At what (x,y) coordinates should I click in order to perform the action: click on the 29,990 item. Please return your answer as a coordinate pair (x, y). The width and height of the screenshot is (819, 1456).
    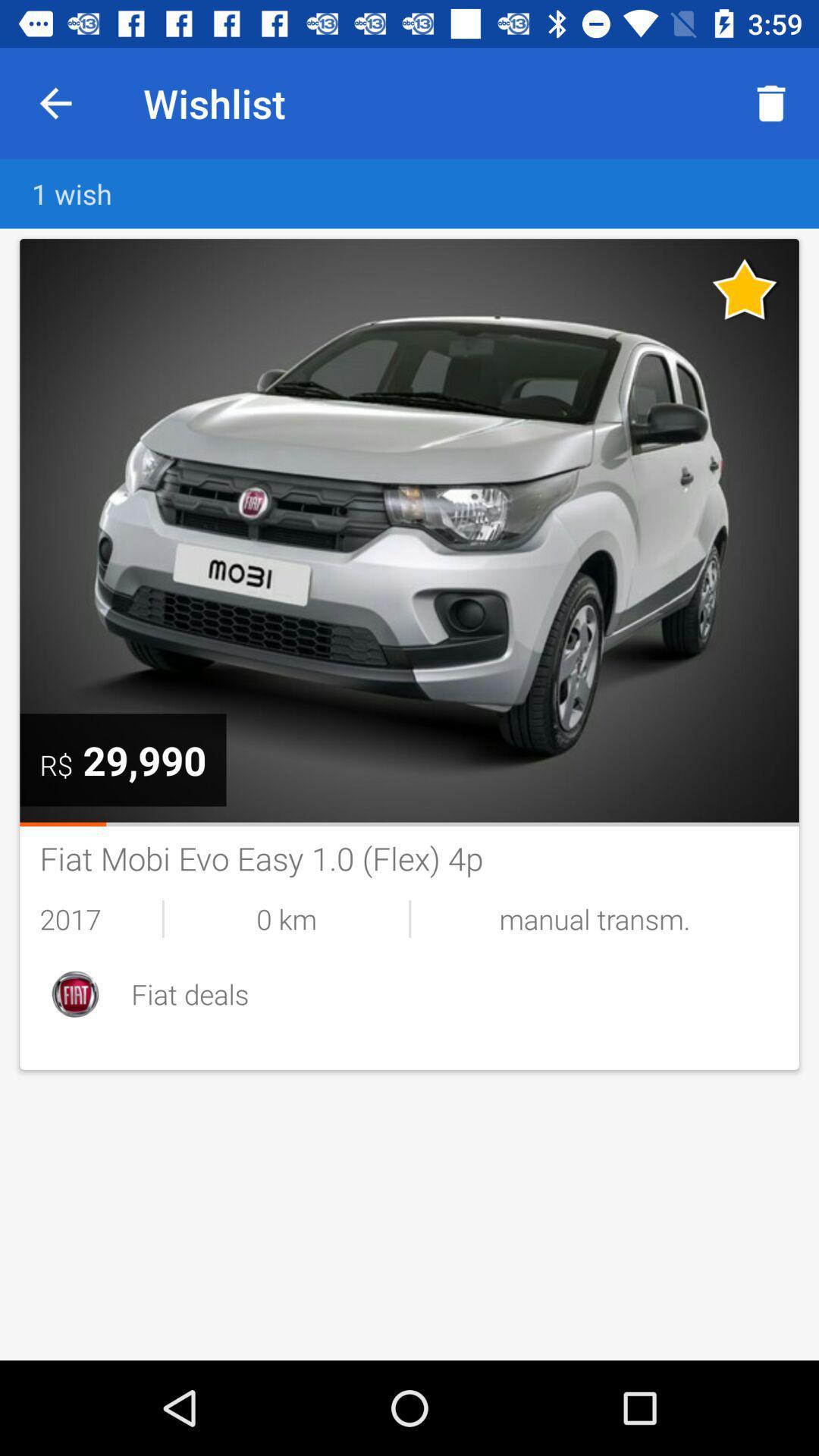
    Looking at the image, I should click on (144, 760).